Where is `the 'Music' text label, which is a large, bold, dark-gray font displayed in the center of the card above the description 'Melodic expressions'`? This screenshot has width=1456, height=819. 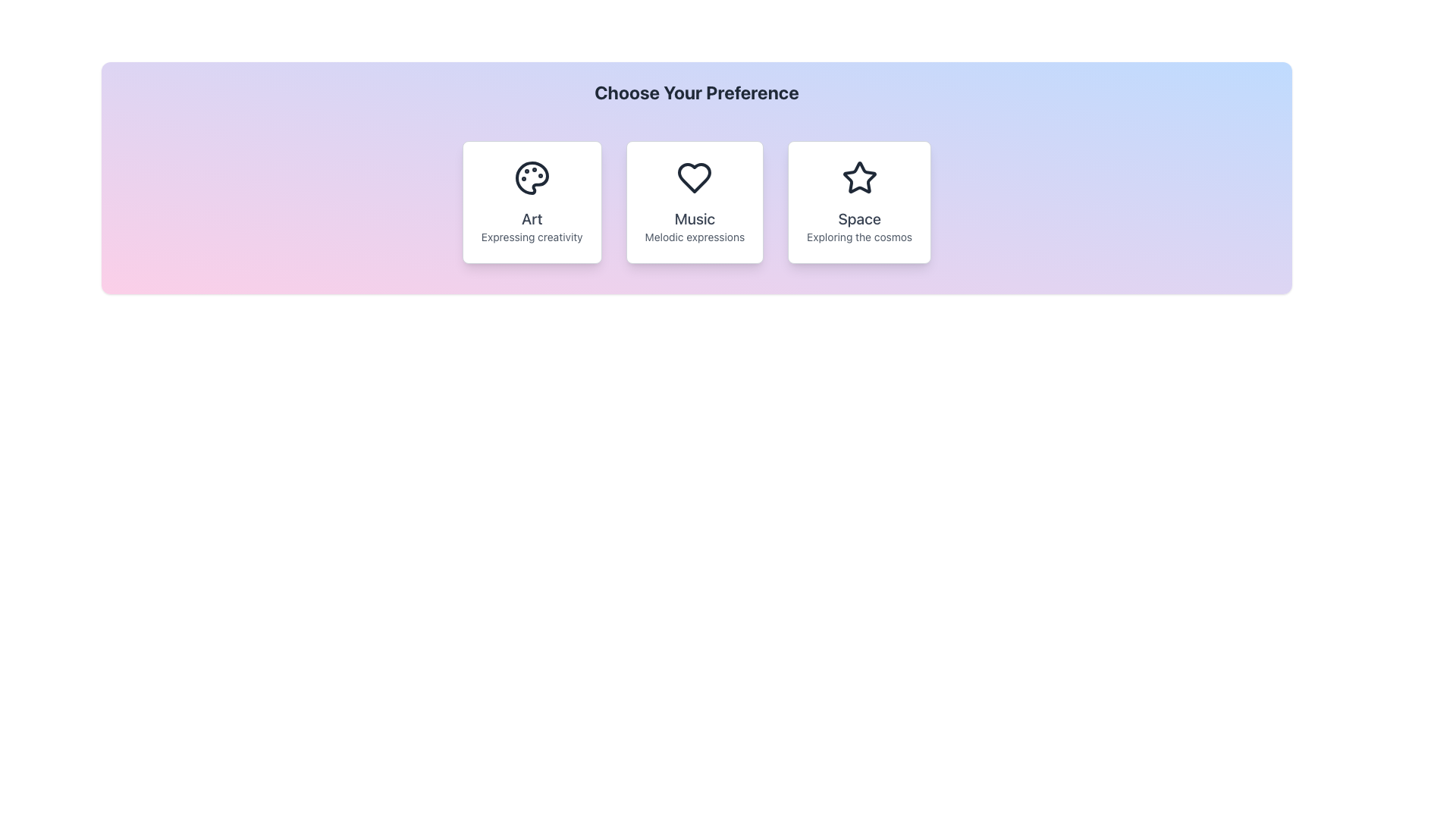
the 'Music' text label, which is a large, bold, dark-gray font displayed in the center of the card above the description 'Melodic expressions' is located at coordinates (694, 219).